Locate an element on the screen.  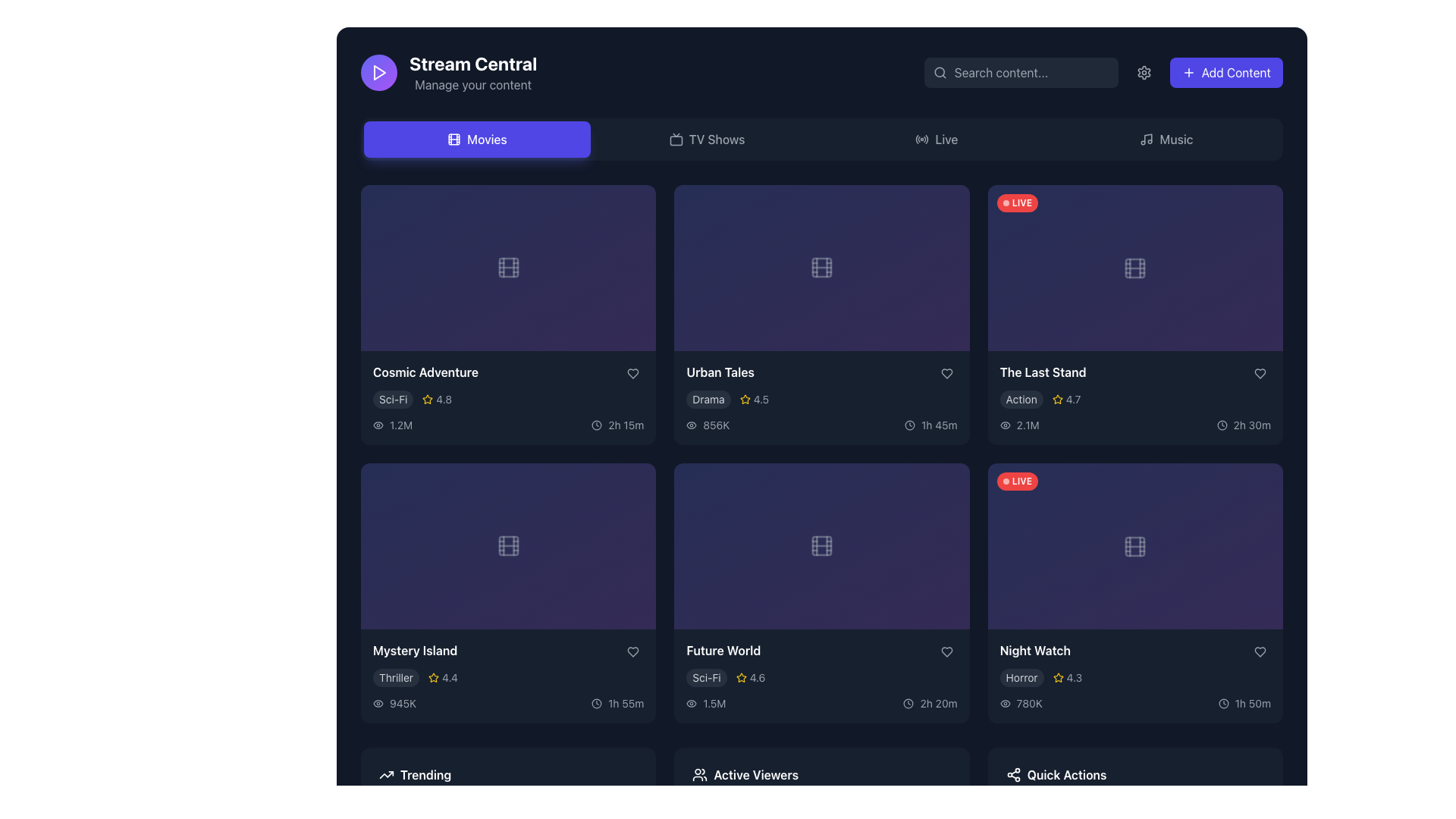
displayed text '1h 50m' from the Label with a clock icon located in the bottom-right section of the 'Night Watch' movie card is located at coordinates (1244, 704).